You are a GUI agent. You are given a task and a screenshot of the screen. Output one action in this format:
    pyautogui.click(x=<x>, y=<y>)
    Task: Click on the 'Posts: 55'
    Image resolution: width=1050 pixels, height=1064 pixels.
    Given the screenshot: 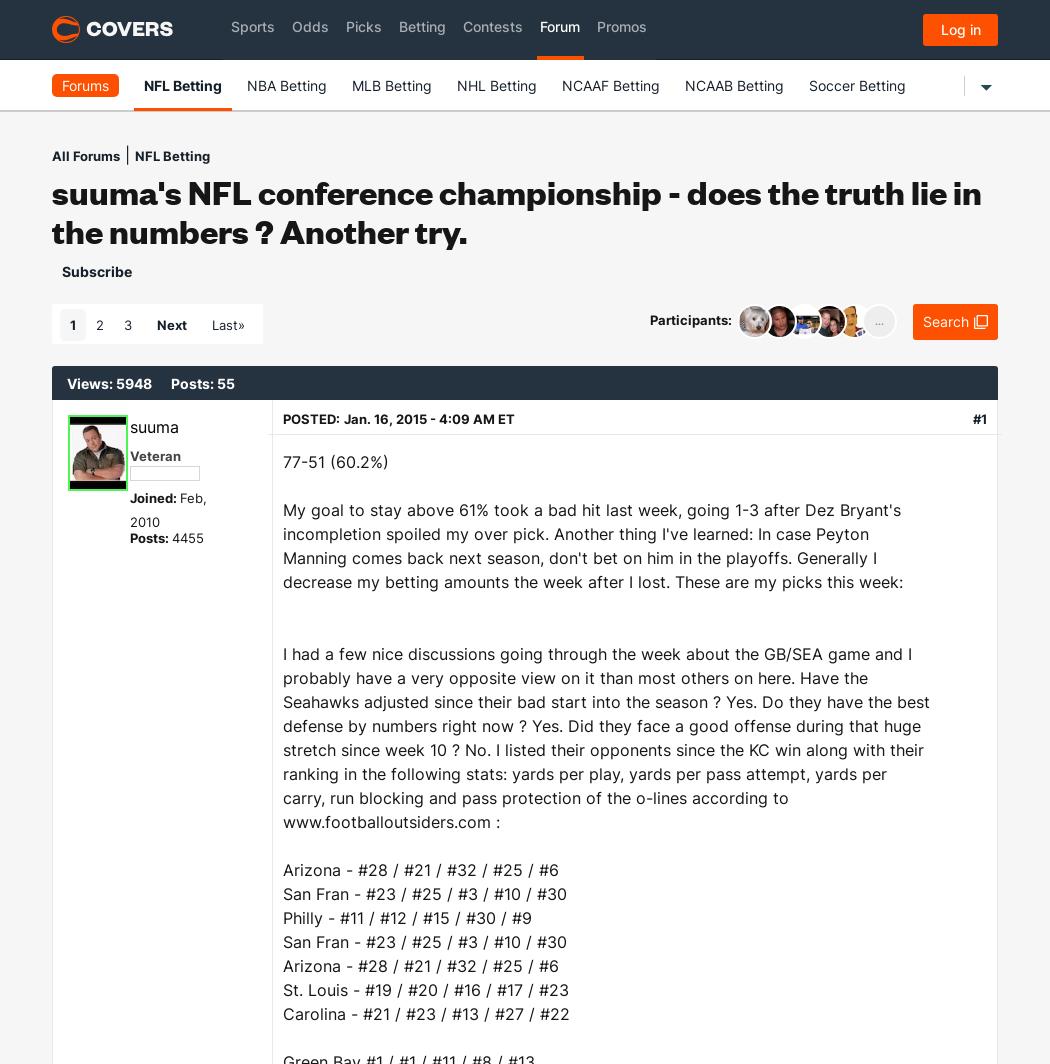 What is the action you would take?
    pyautogui.click(x=201, y=382)
    